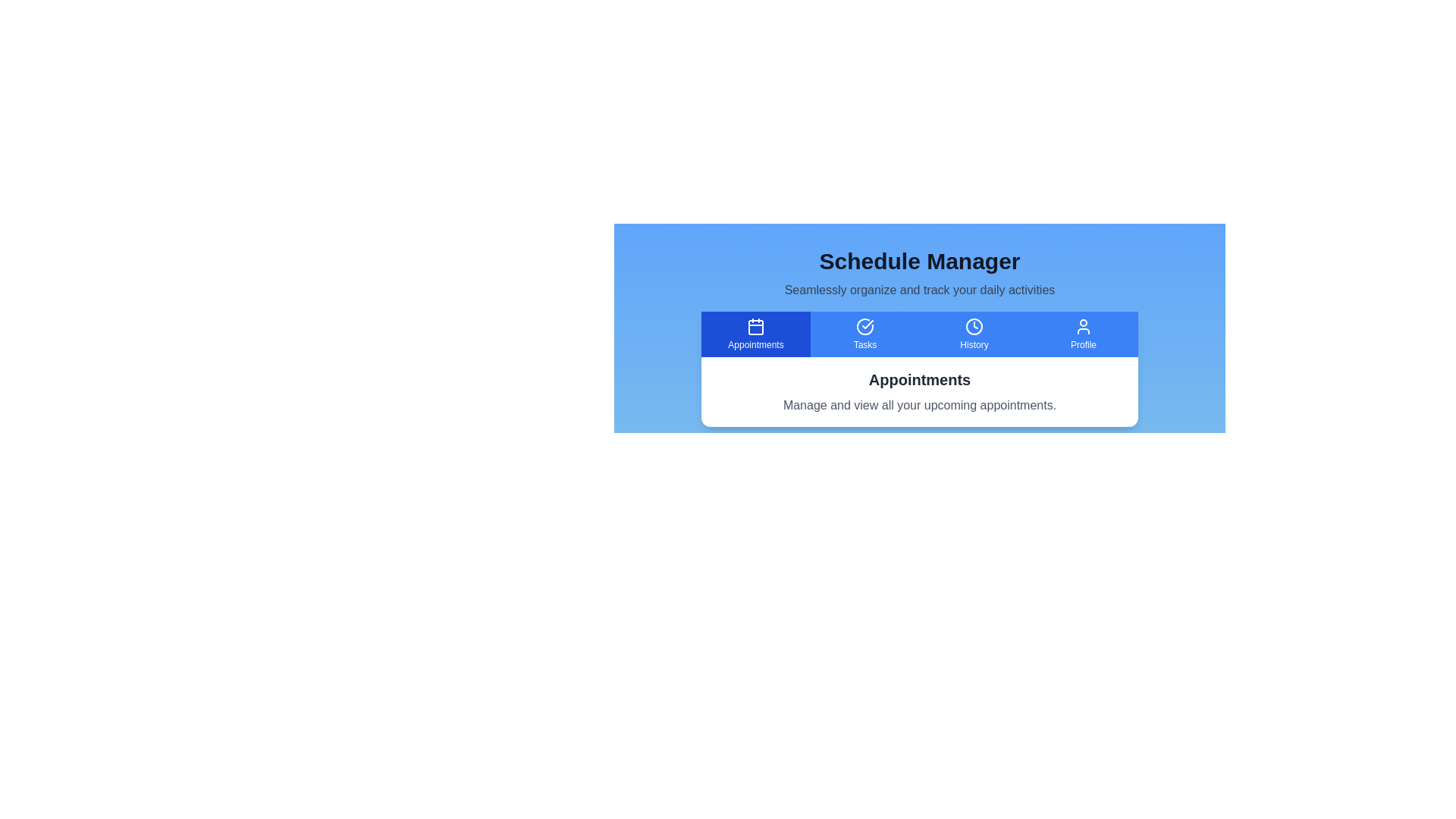  Describe the element at coordinates (756, 327) in the screenshot. I see `the blue rectangular box with rounded corners located centrally within the calendar icon in the tab bar under the 'Appointments' label` at that location.